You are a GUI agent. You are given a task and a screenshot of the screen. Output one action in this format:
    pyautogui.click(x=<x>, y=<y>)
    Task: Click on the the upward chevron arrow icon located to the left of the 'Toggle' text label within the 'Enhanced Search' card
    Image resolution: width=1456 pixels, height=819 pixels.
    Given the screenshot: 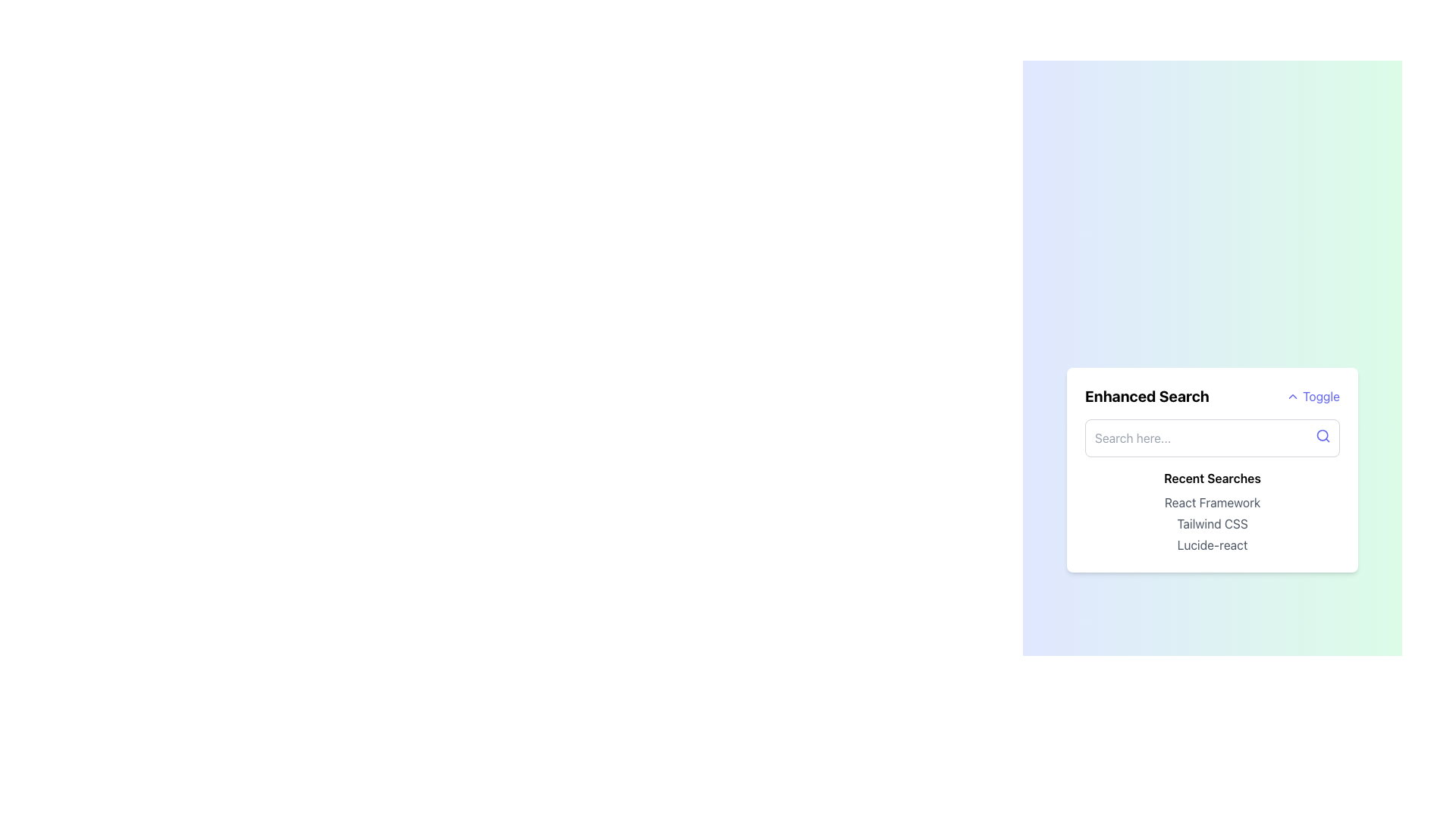 What is the action you would take?
    pyautogui.click(x=1292, y=396)
    